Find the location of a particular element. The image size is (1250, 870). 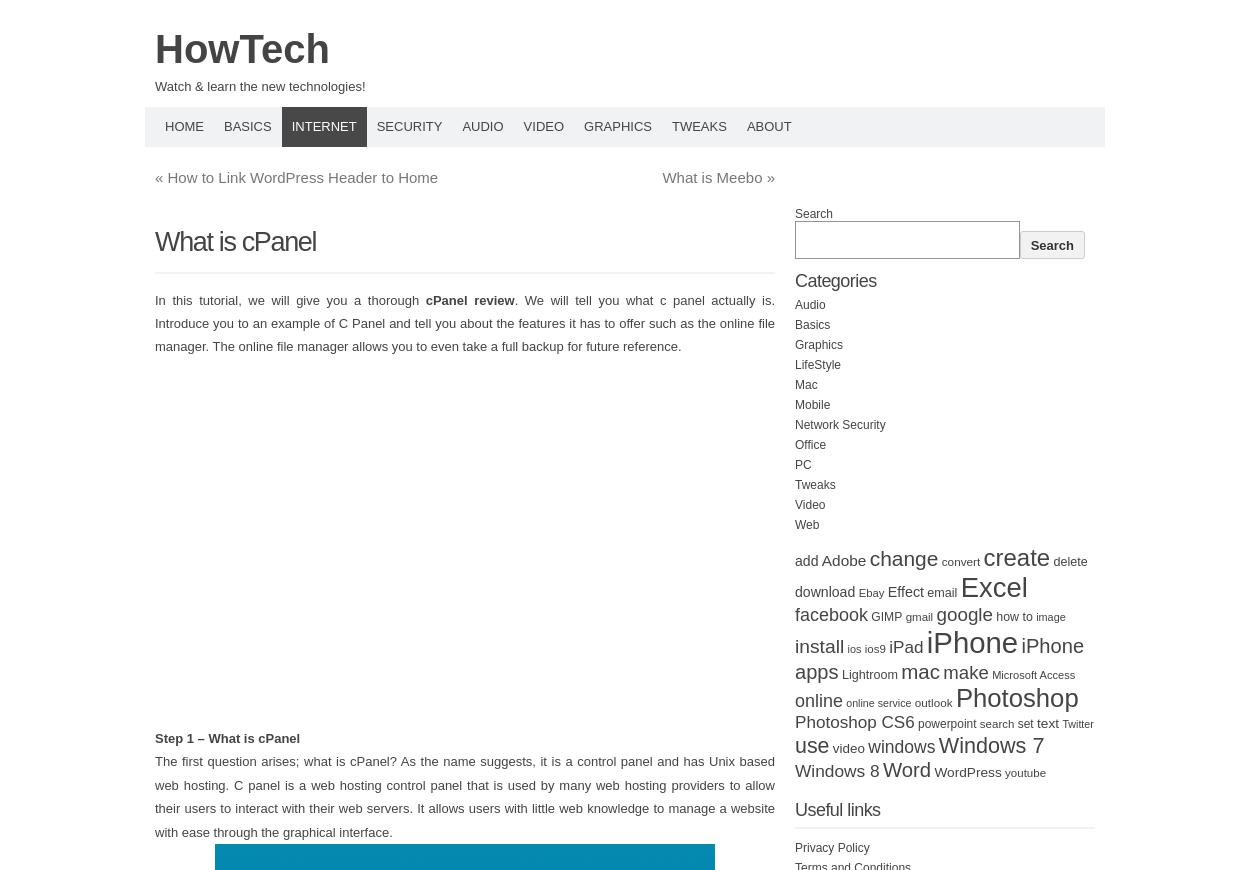

'install' is located at coordinates (818, 645).